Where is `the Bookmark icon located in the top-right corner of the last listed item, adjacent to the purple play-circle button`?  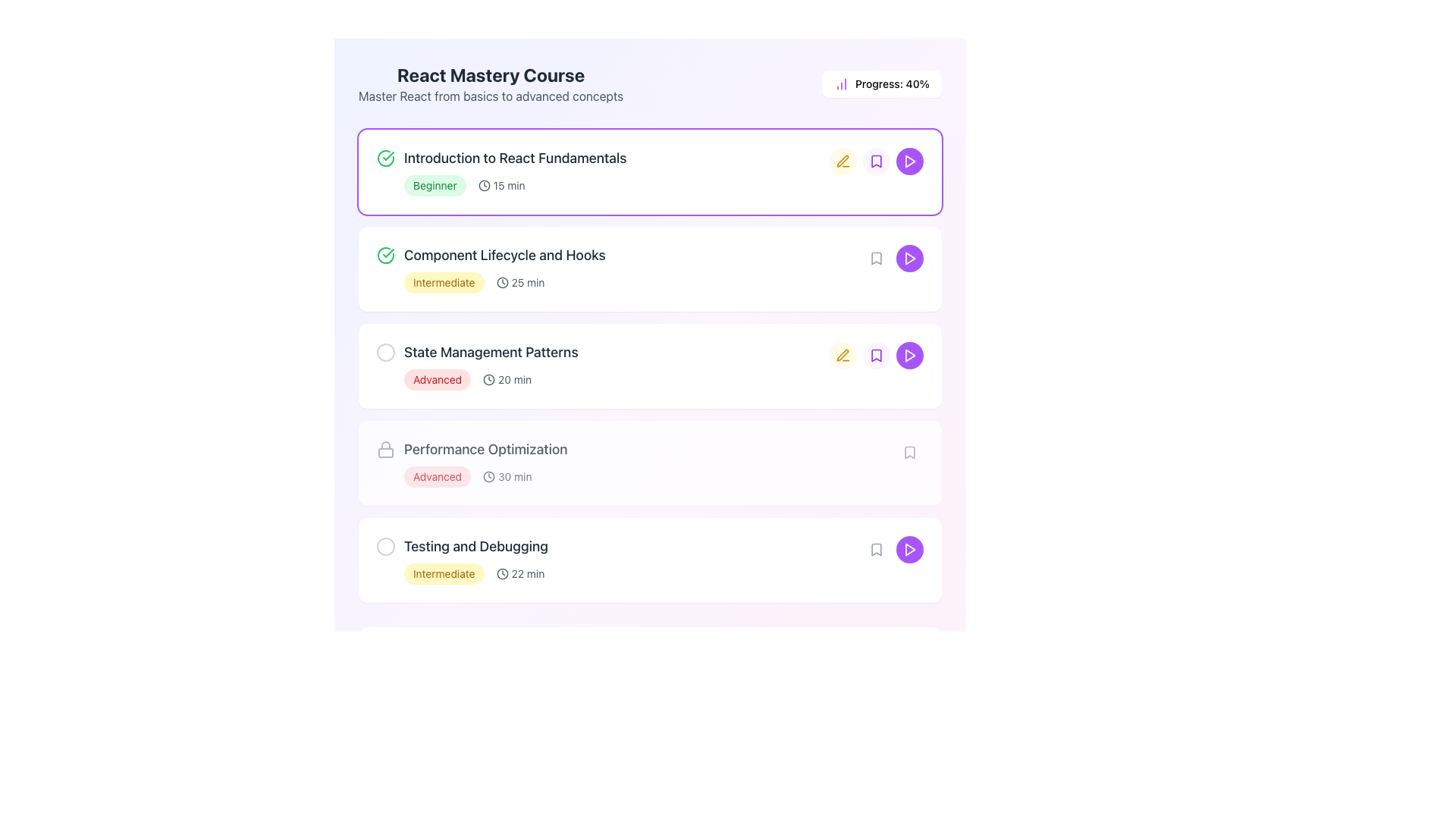
the Bookmark icon located in the top-right corner of the last listed item, adjacent to the purple play-circle button is located at coordinates (877, 550).